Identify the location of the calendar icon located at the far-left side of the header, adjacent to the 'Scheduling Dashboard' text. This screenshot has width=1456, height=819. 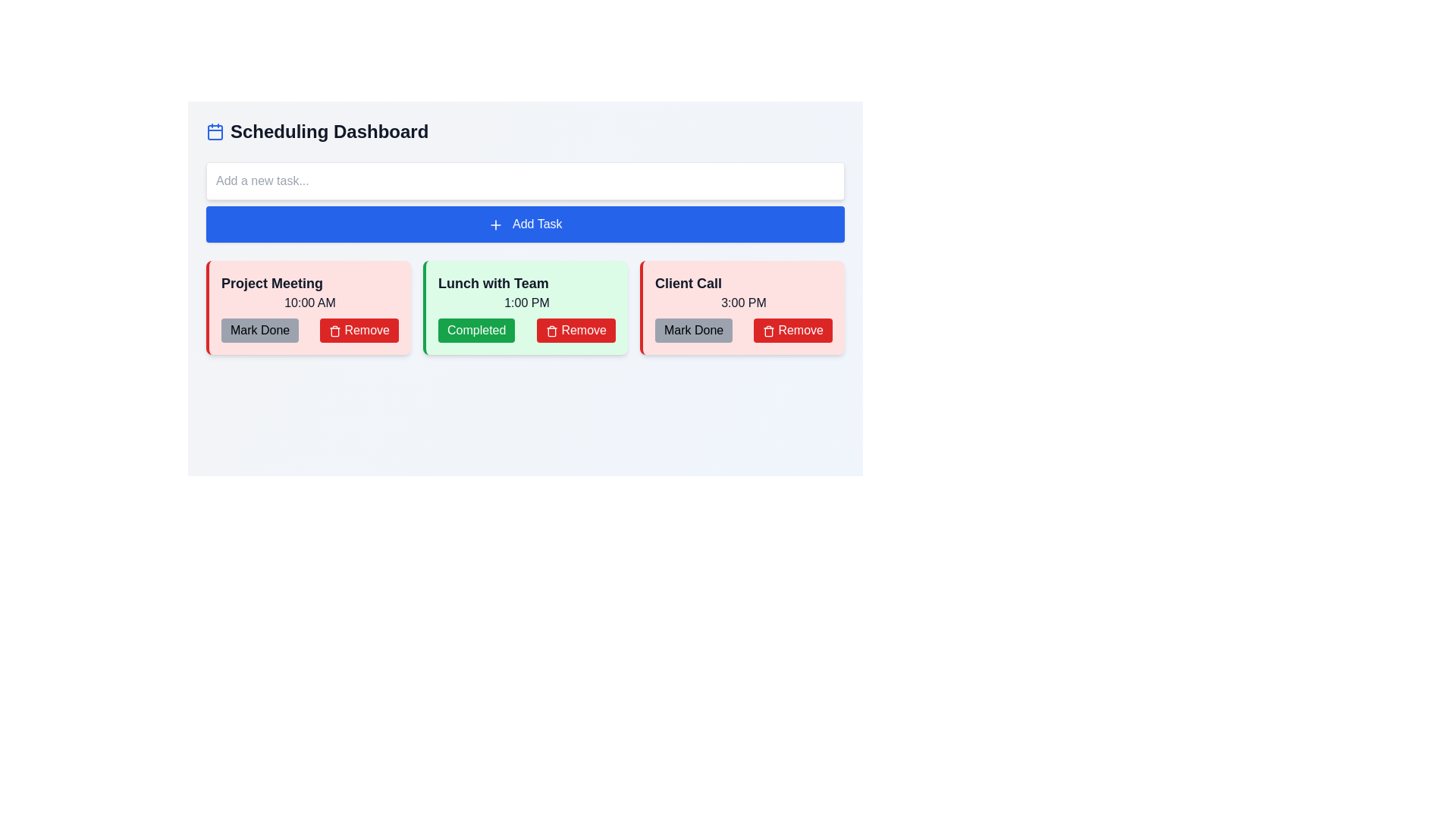
(214, 130).